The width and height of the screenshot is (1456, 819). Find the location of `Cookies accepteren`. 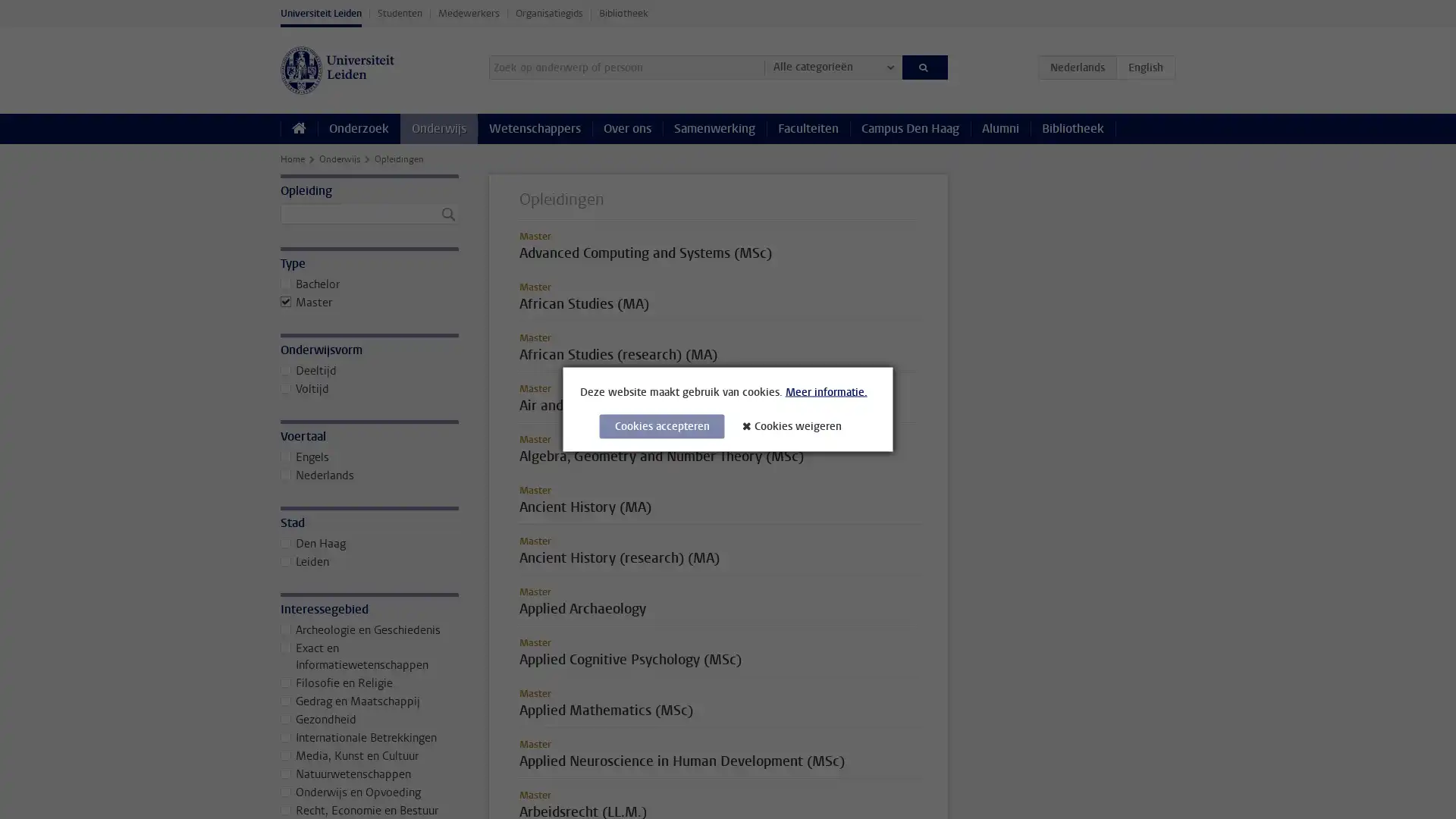

Cookies accepteren is located at coordinates (661, 426).